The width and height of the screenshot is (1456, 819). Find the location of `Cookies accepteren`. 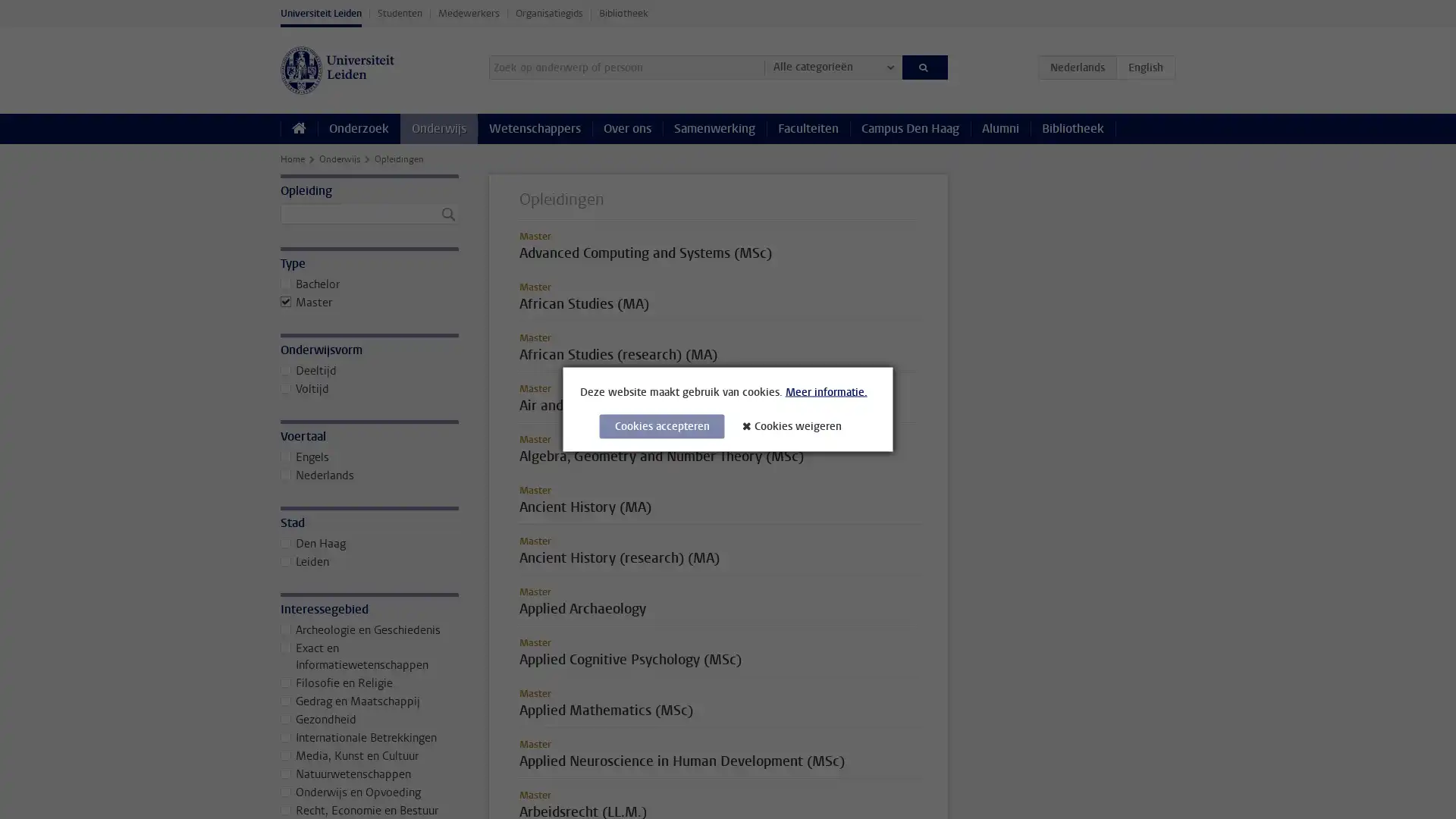

Cookies accepteren is located at coordinates (661, 426).